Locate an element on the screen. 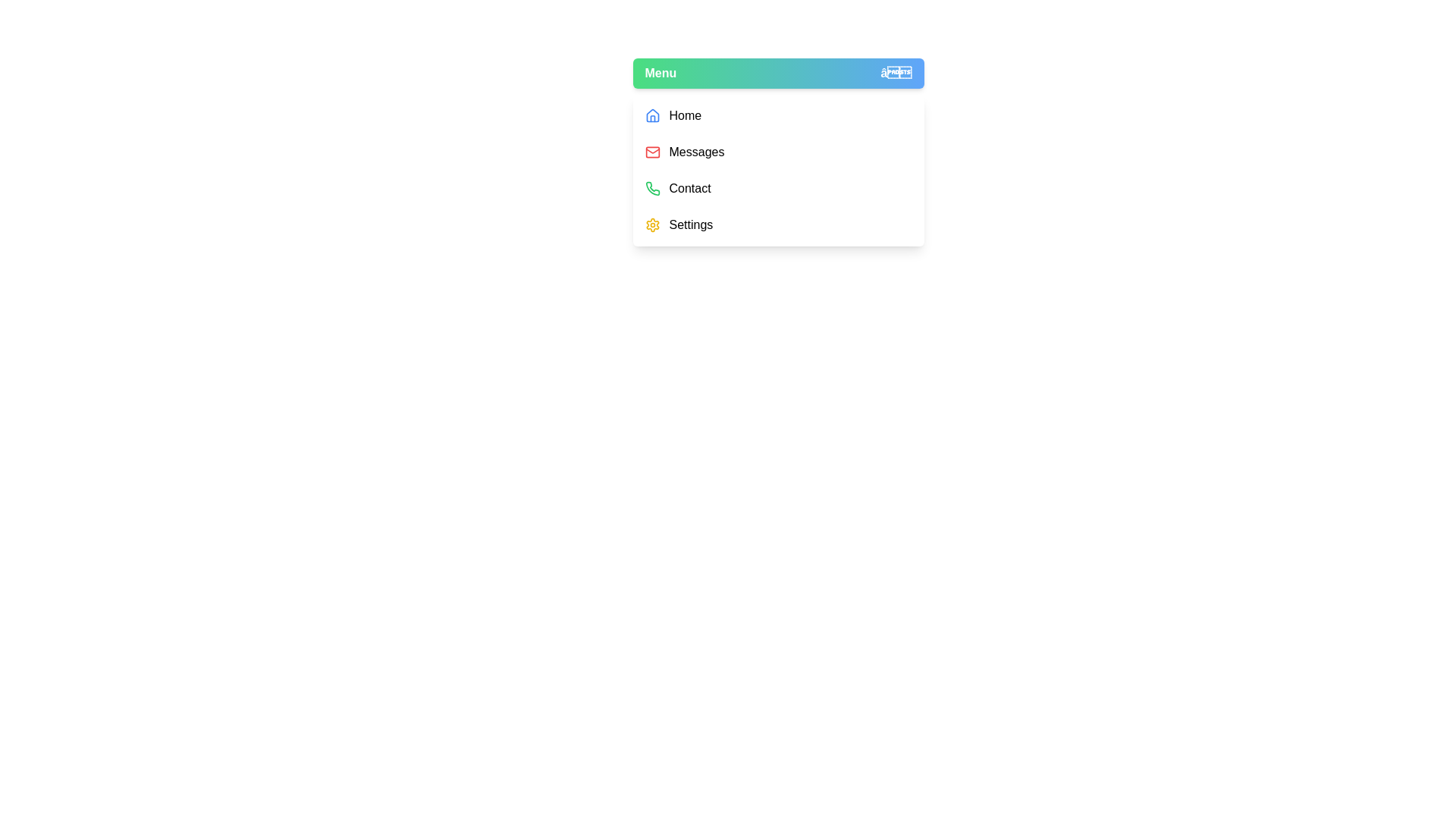 The image size is (1456, 819). button to toggle the menu visibility is located at coordinates (778, 73).